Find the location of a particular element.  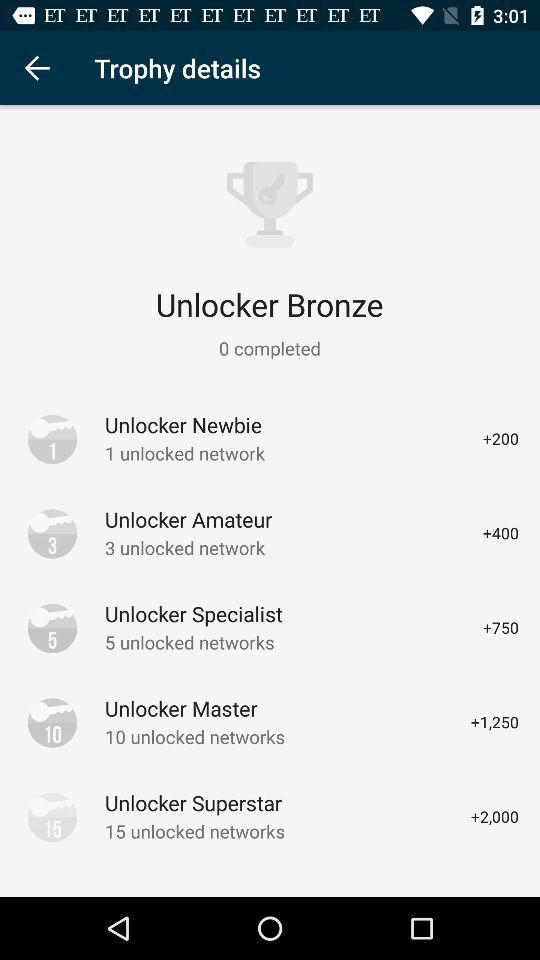

previous is located at coordinates (36, 68).